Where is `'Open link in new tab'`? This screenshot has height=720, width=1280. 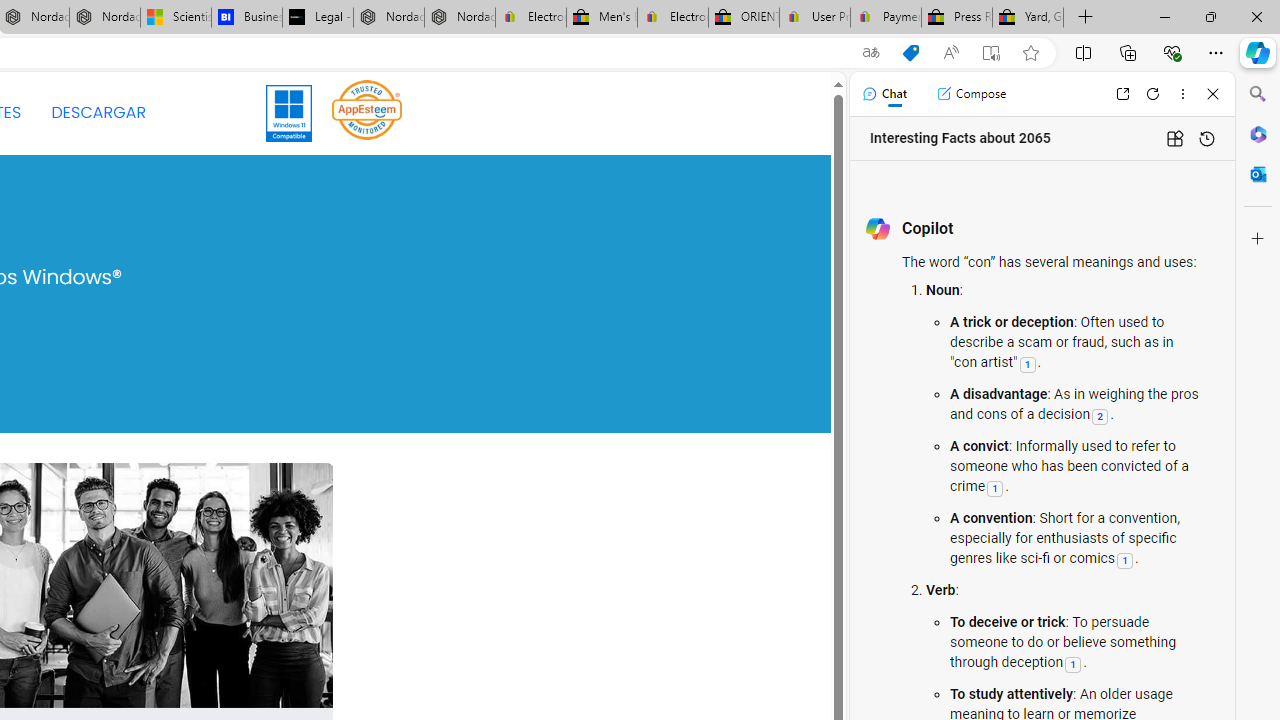
'Open link in new tab' is located at coordinates (1122, 93).